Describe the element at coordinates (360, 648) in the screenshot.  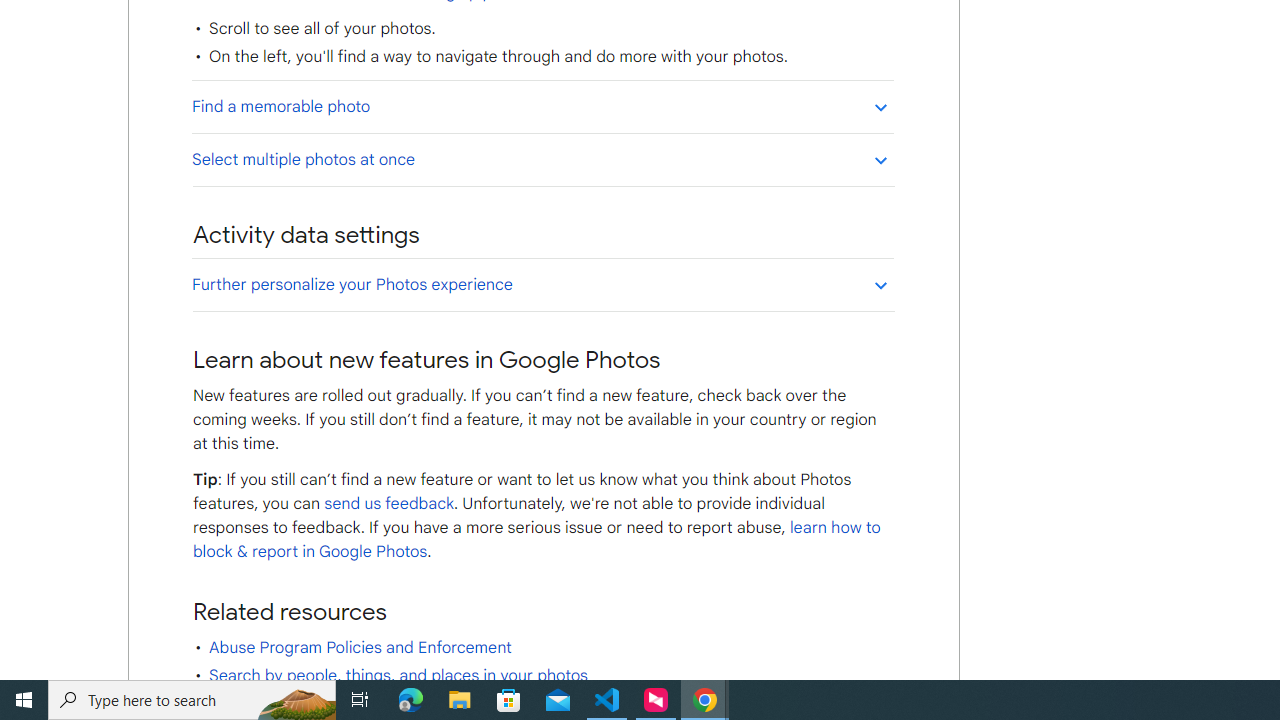
I see `'Abuse Program Policies and Enforcement'` at that location.